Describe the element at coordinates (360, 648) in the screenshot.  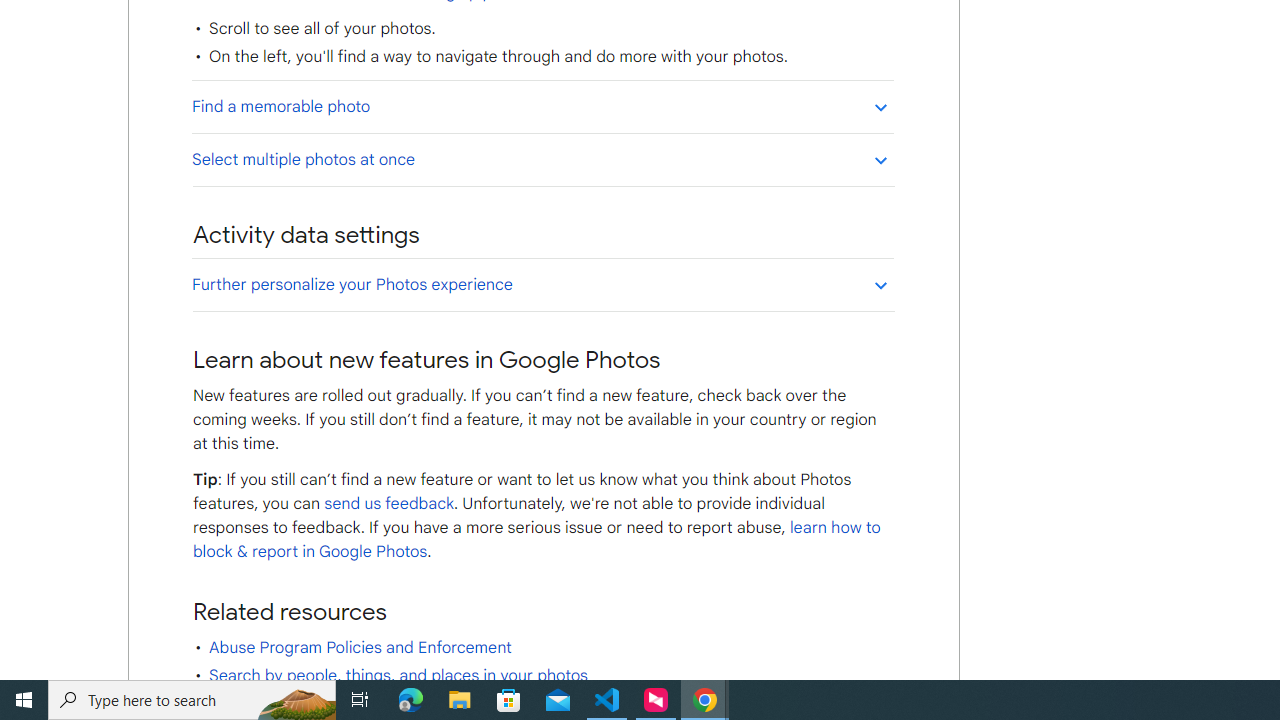
I see `'Abuse Program Policies and Enforcement'` at that location.